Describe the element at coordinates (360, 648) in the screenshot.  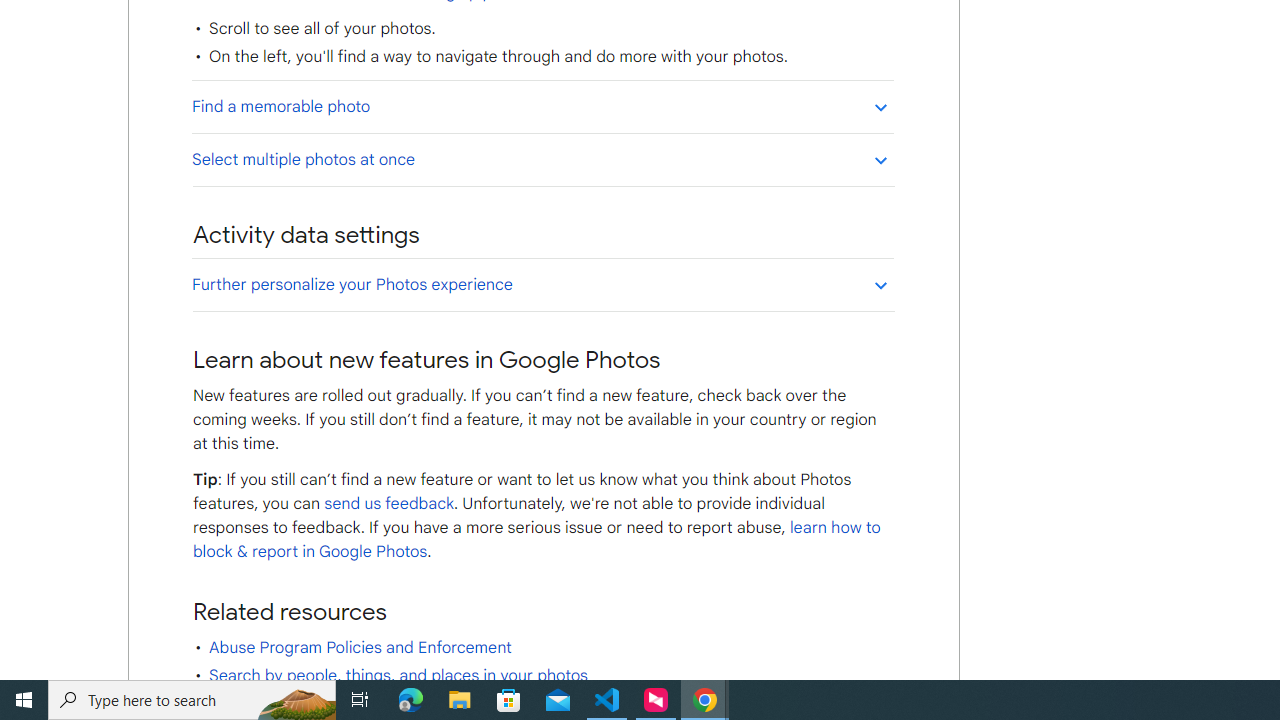
I see `'Abuse Program Policies and Enforcement'` at that location.